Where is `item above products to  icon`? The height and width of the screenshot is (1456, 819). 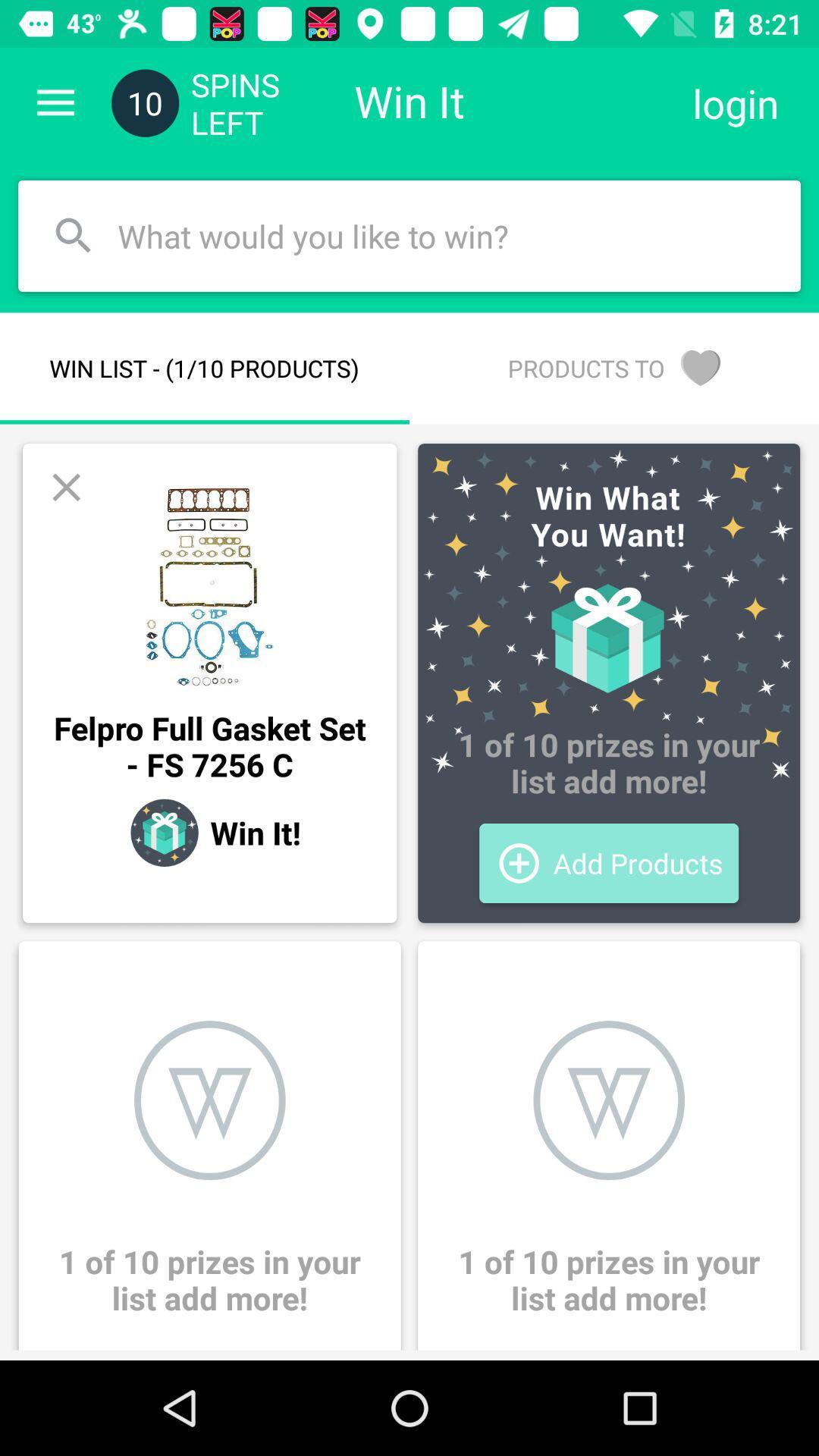
item above products to  icon is located at coordinates (735, 102).